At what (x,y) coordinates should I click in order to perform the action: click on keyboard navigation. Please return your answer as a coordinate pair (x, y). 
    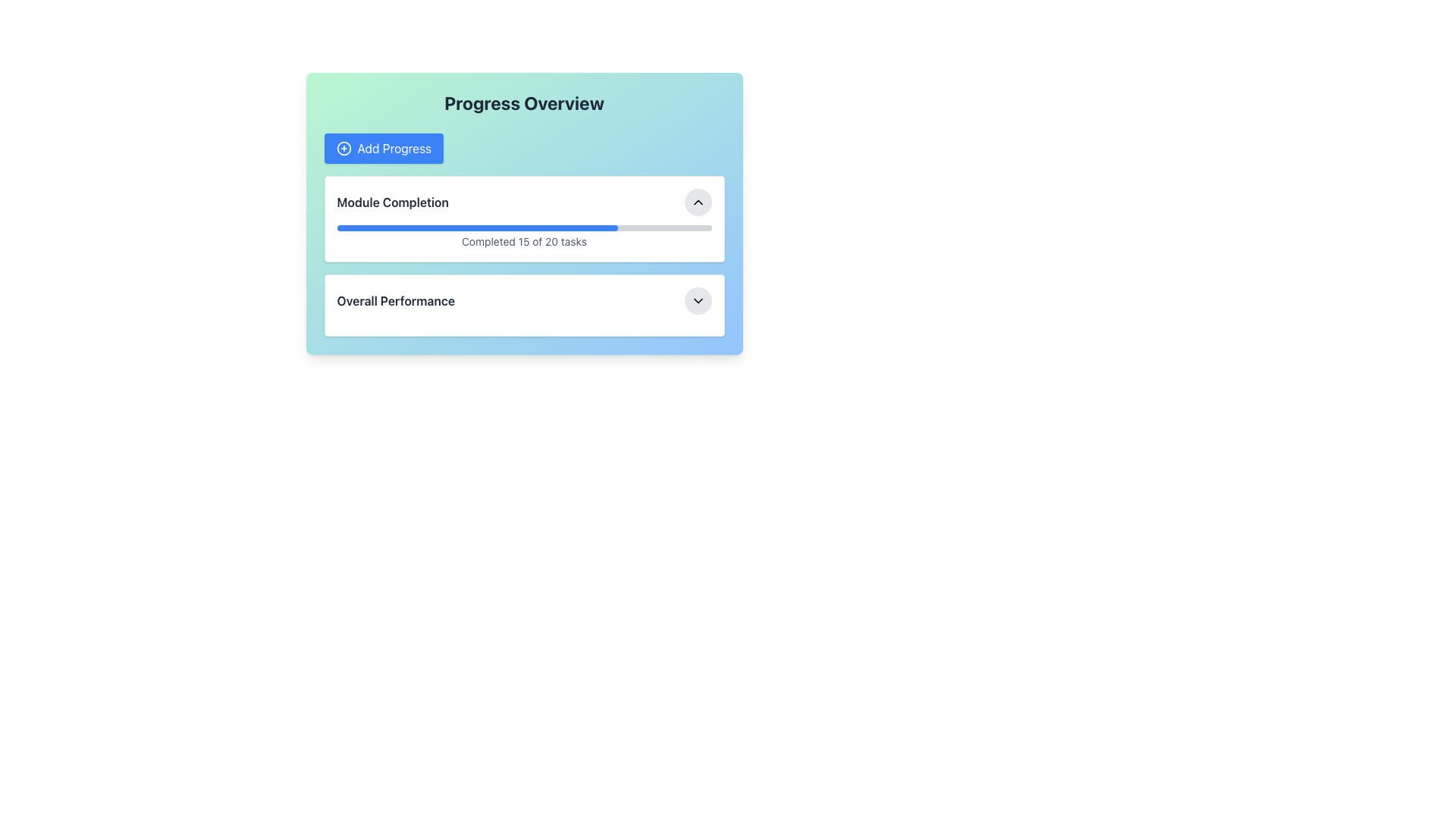
    Looking at the image, I should click on (394, 149).